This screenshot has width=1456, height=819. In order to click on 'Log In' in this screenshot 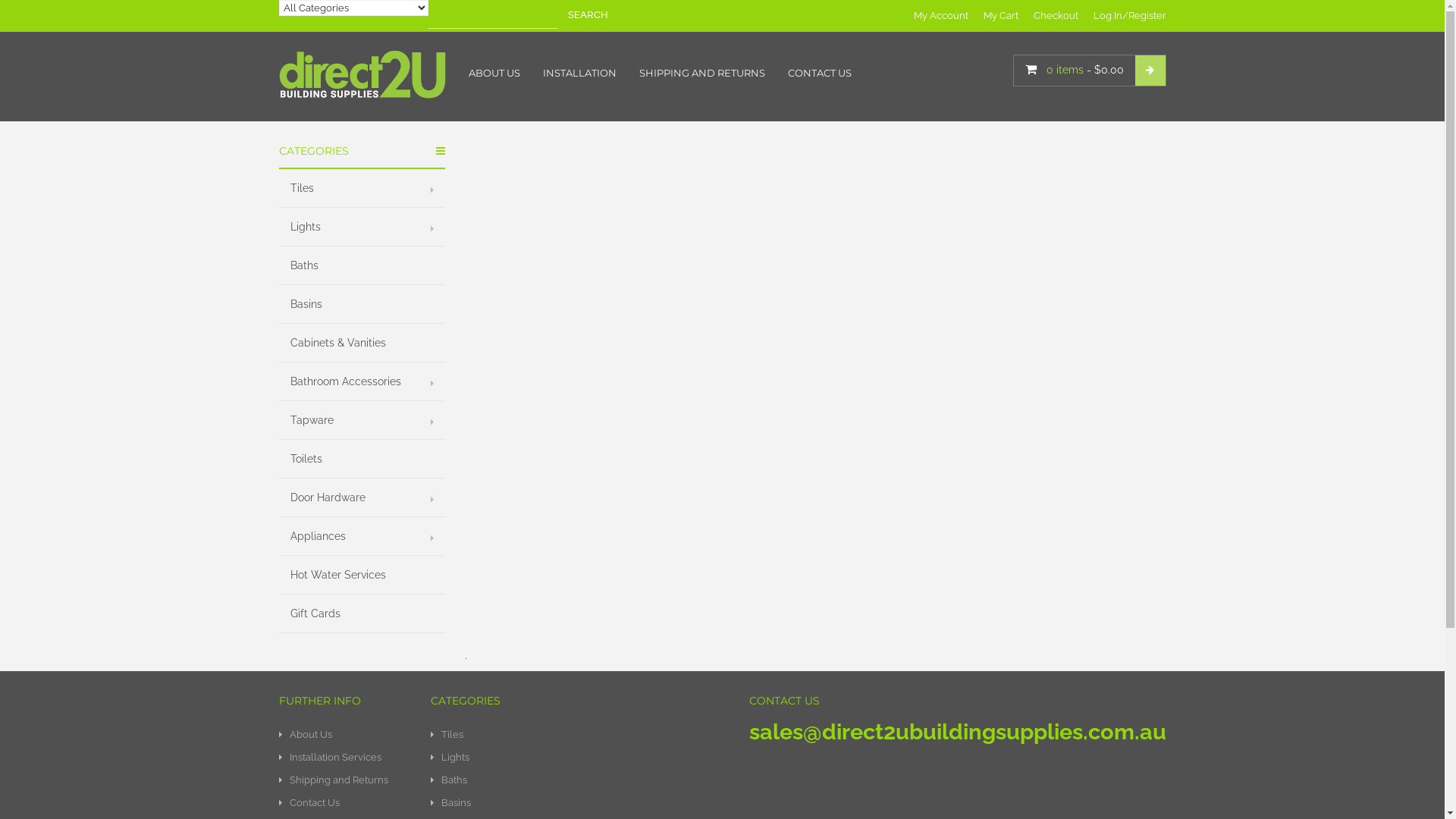, I will do `click(1107, 15)`.